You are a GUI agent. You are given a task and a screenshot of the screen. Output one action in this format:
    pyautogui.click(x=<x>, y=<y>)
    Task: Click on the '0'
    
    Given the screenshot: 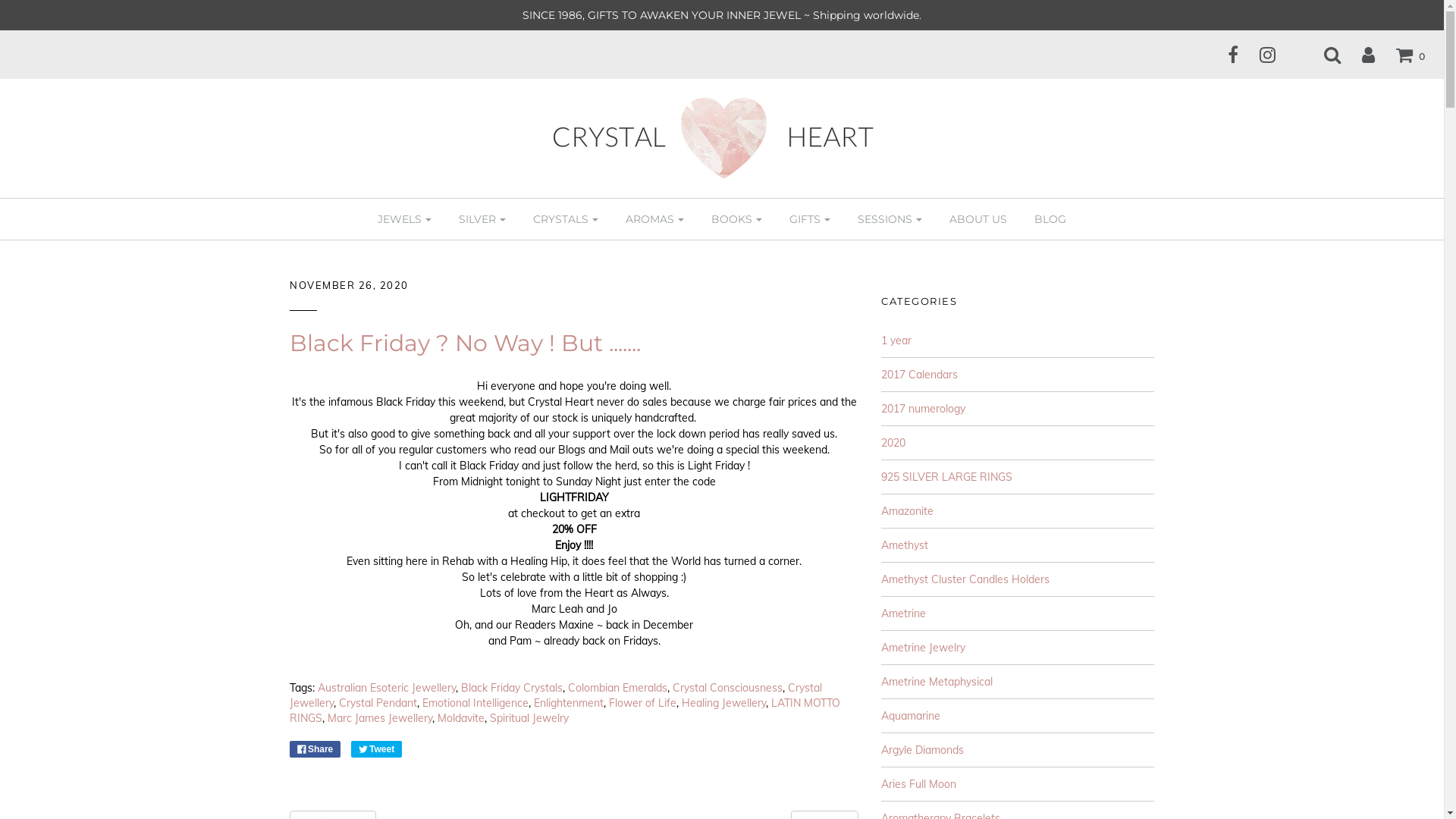 What is the action you would take?
    pyautogui.click(x=1400, y=54)
    